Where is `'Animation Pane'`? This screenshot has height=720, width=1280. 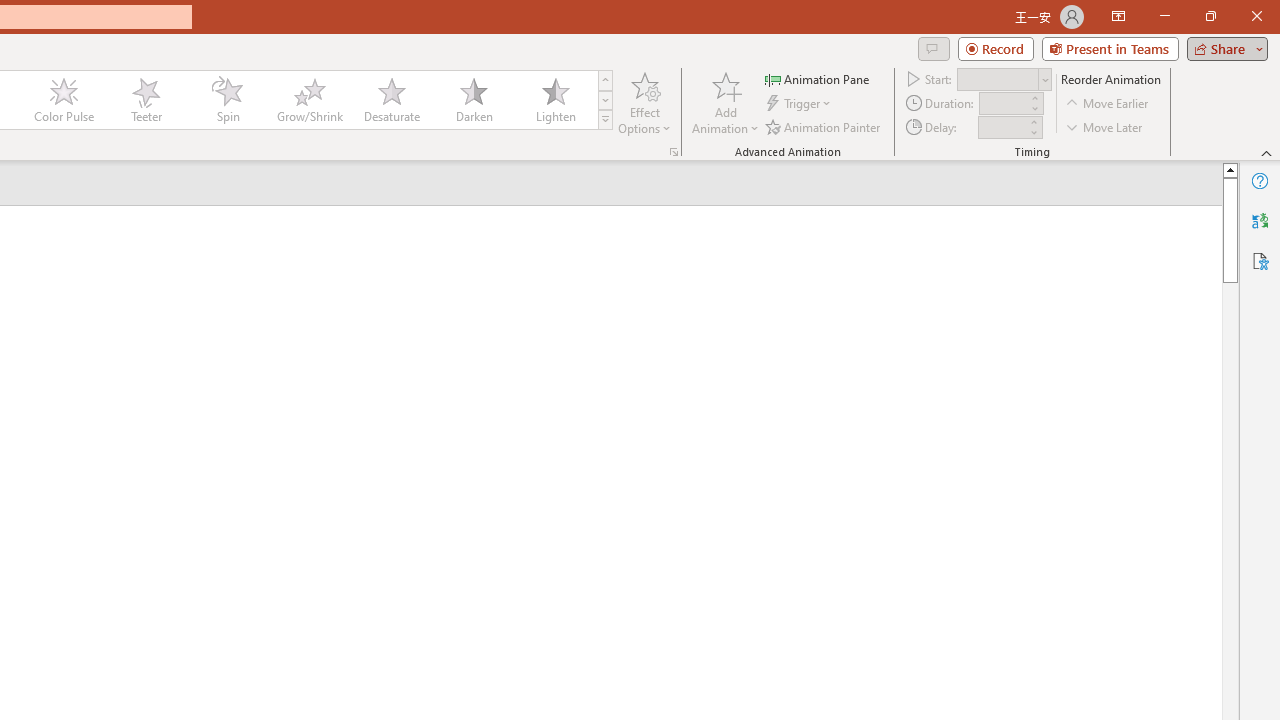
'Animation Pane' is located at coordinates (818, 78).